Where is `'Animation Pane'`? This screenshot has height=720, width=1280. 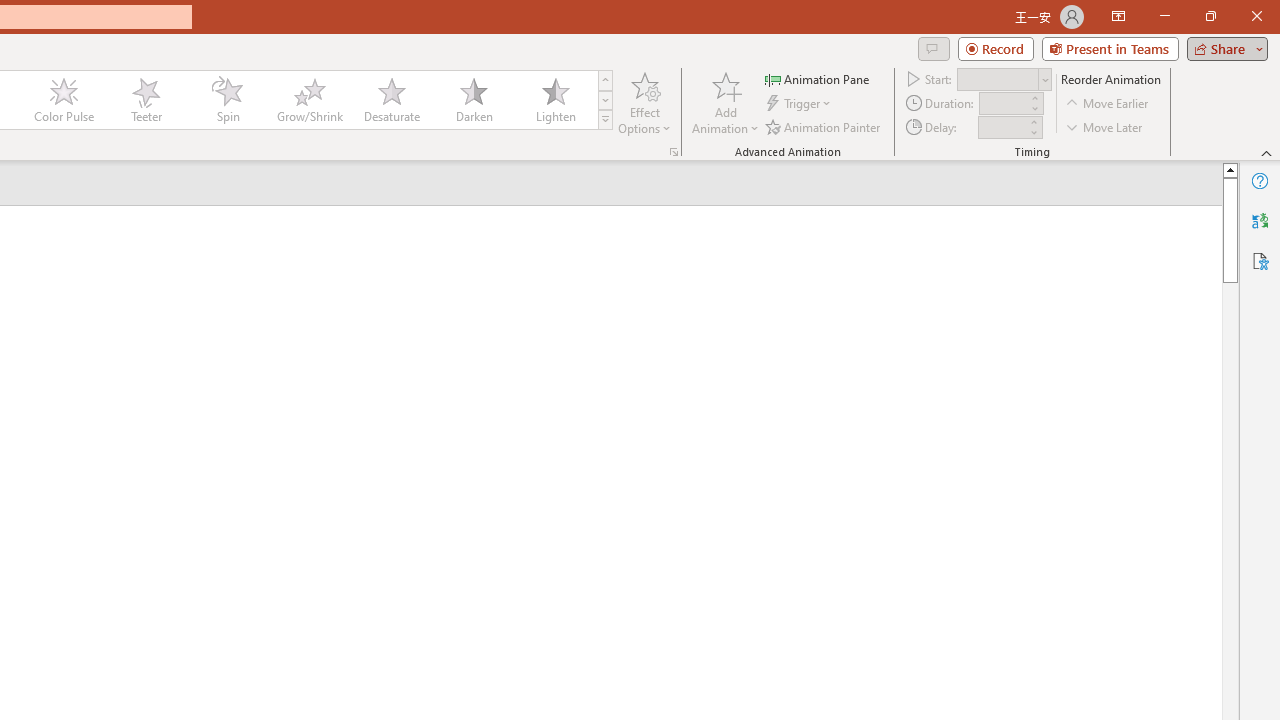
'Animation Pane' is located at coordinates (818, 78).